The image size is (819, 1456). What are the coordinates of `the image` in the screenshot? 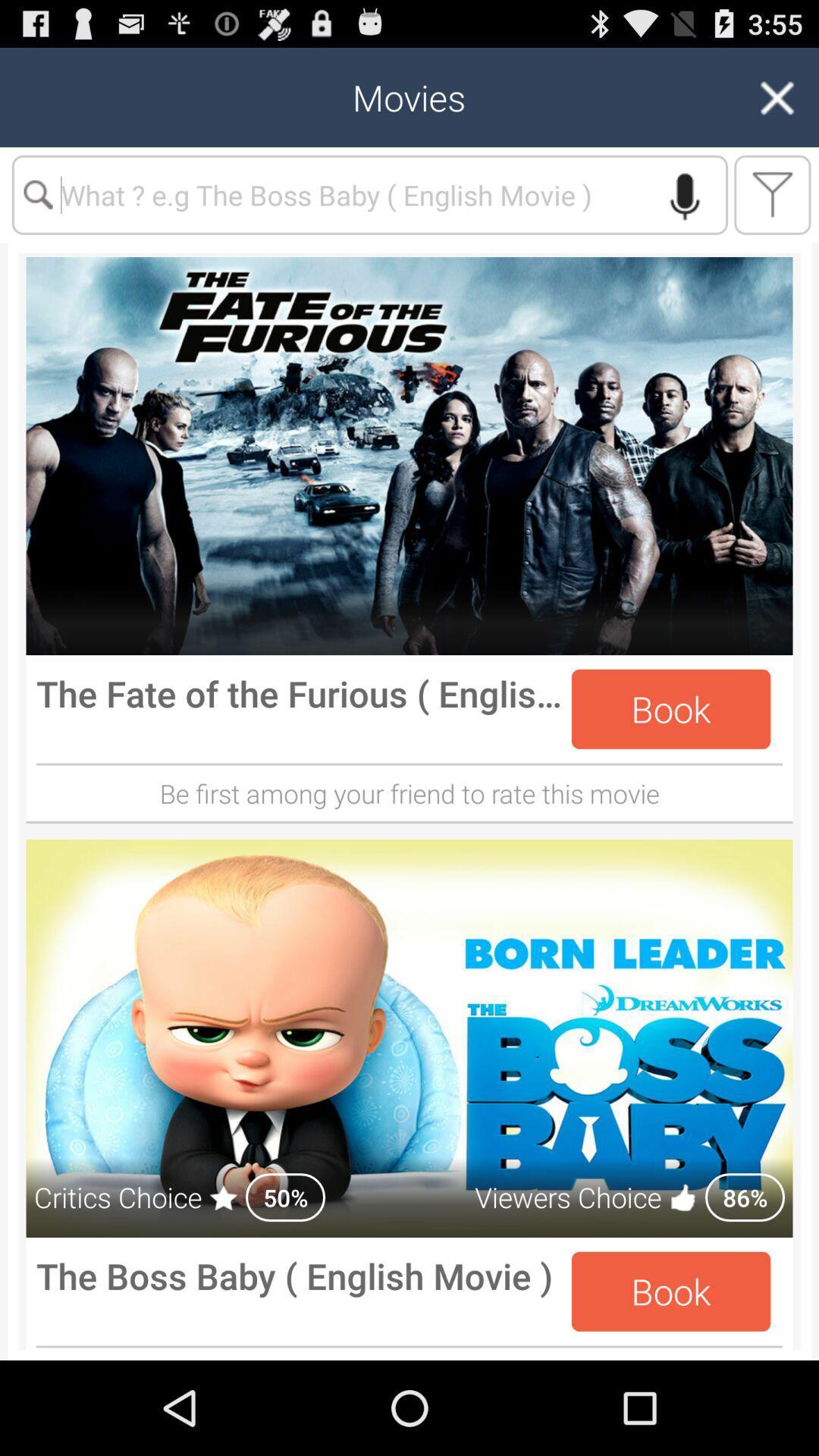 It's located at (409, 455).